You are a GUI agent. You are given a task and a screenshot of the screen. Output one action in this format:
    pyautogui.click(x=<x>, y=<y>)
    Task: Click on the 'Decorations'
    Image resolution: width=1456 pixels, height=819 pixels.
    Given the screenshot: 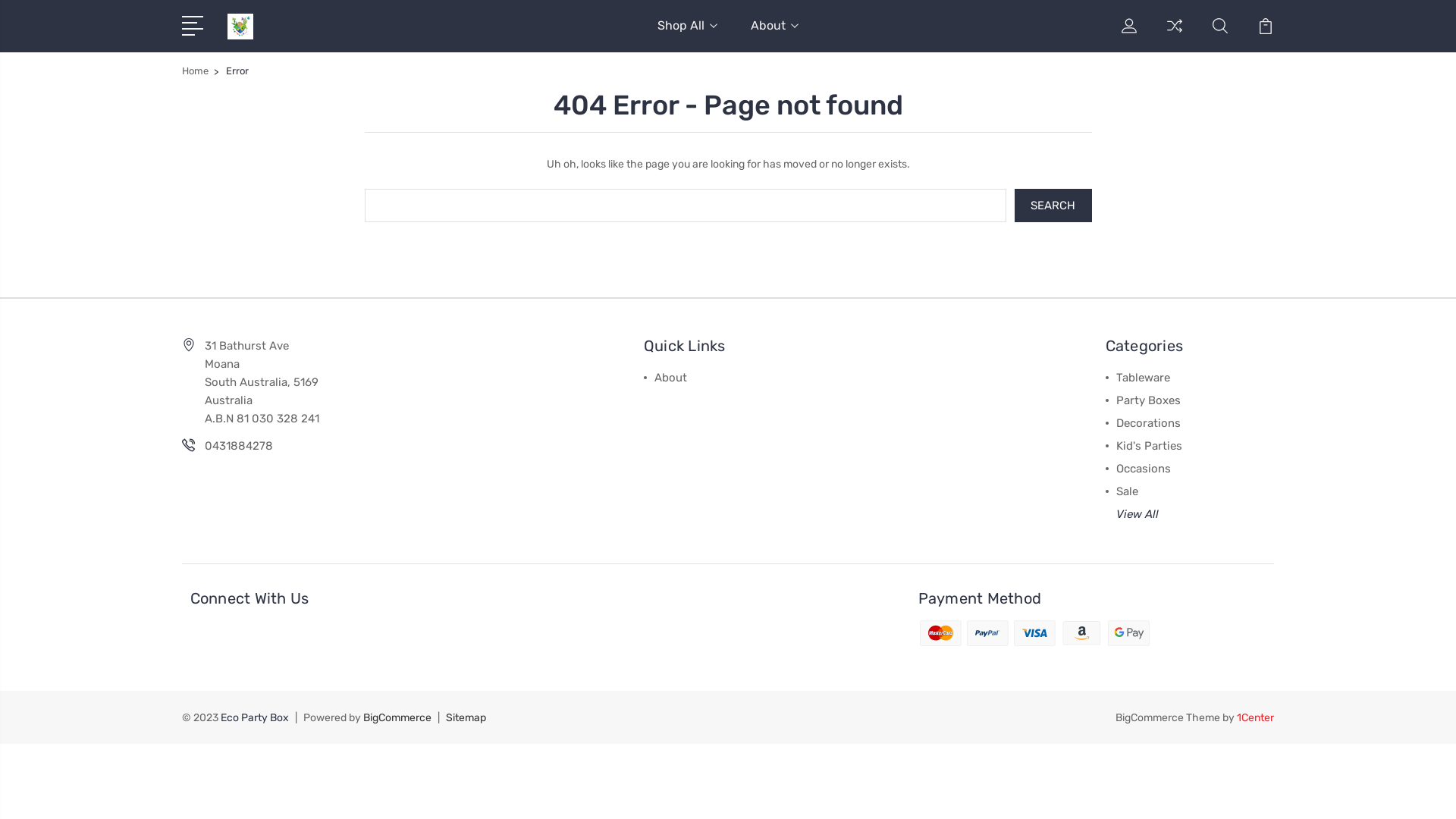 What is the action you would take?
    pyautogui.click(x=1148, y=422)
    